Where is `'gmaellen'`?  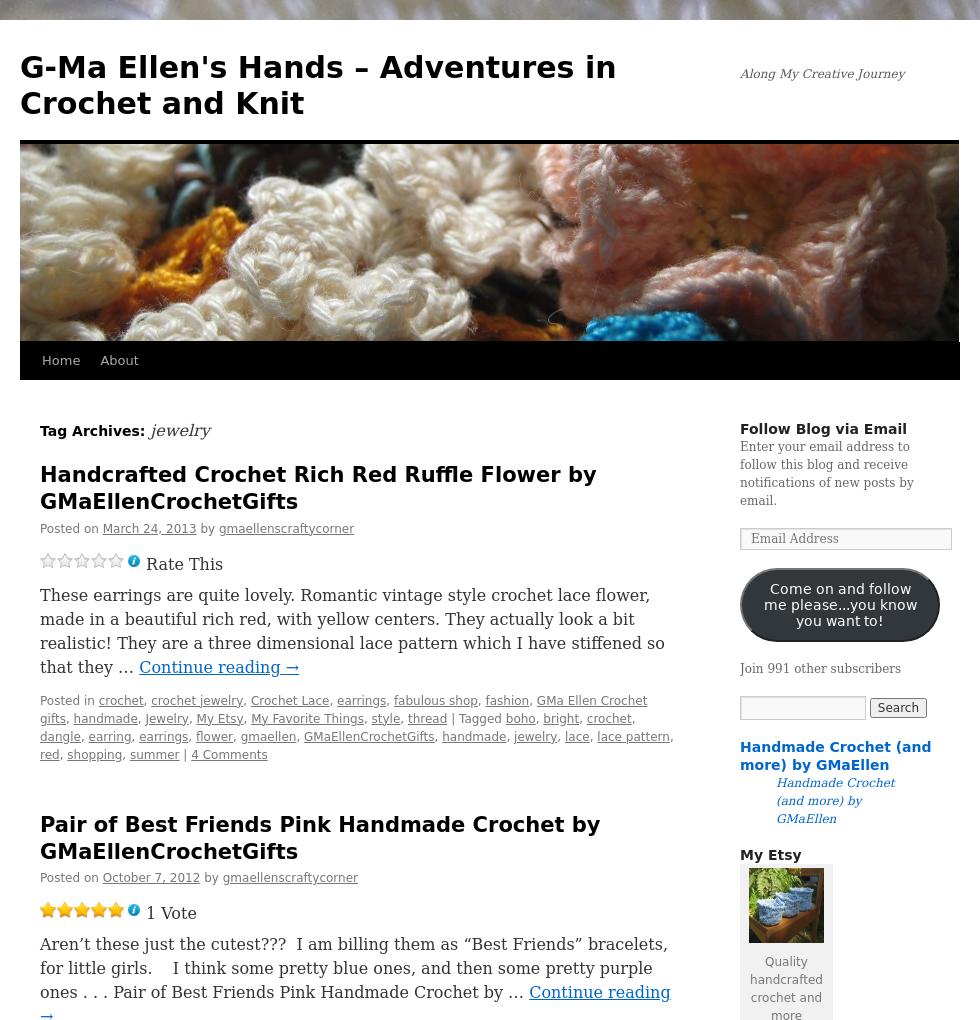
'gmaellen' is located at coordinates (268, 736).